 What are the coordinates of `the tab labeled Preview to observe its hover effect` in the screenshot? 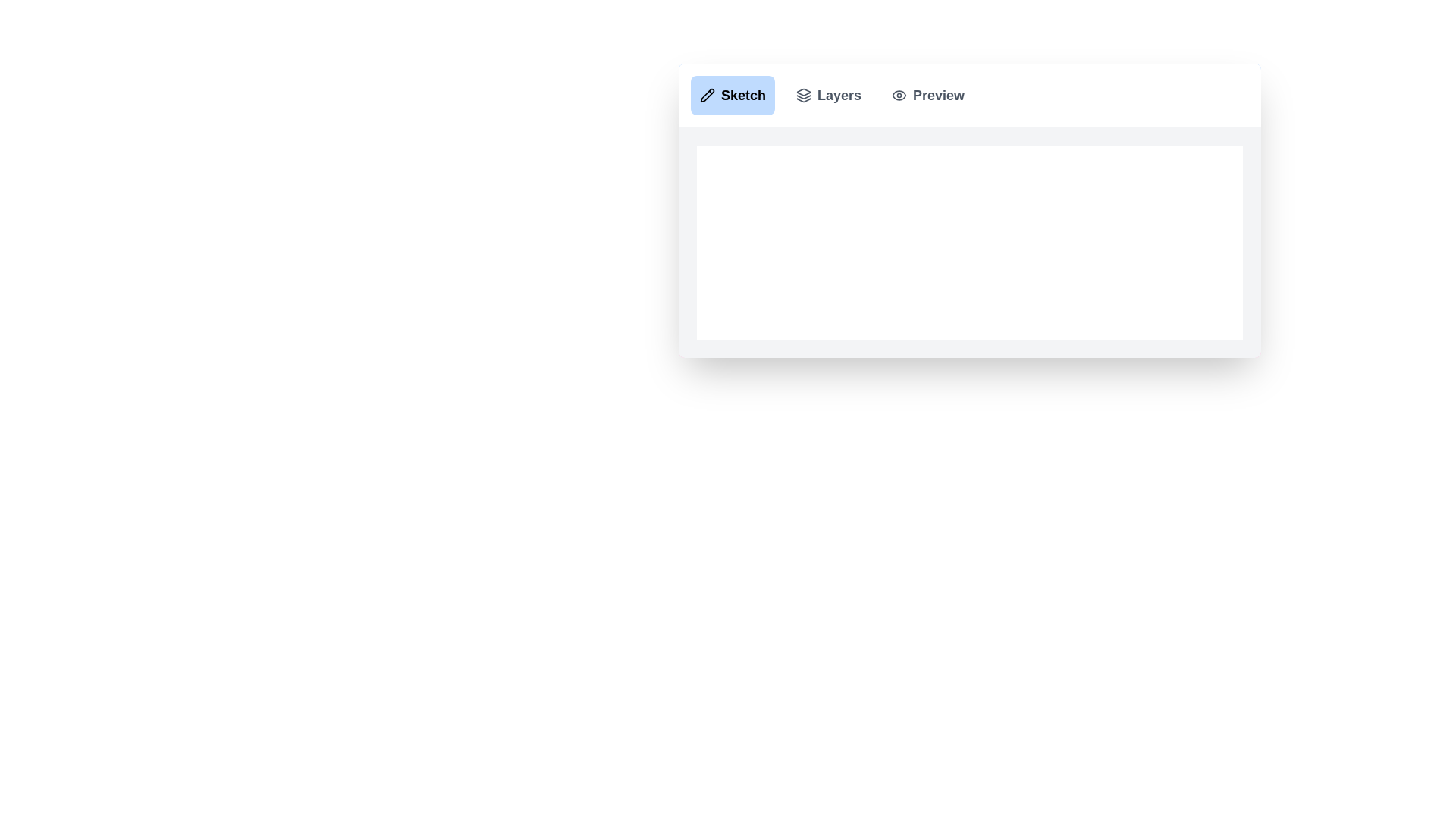 It's located at (927, 96).